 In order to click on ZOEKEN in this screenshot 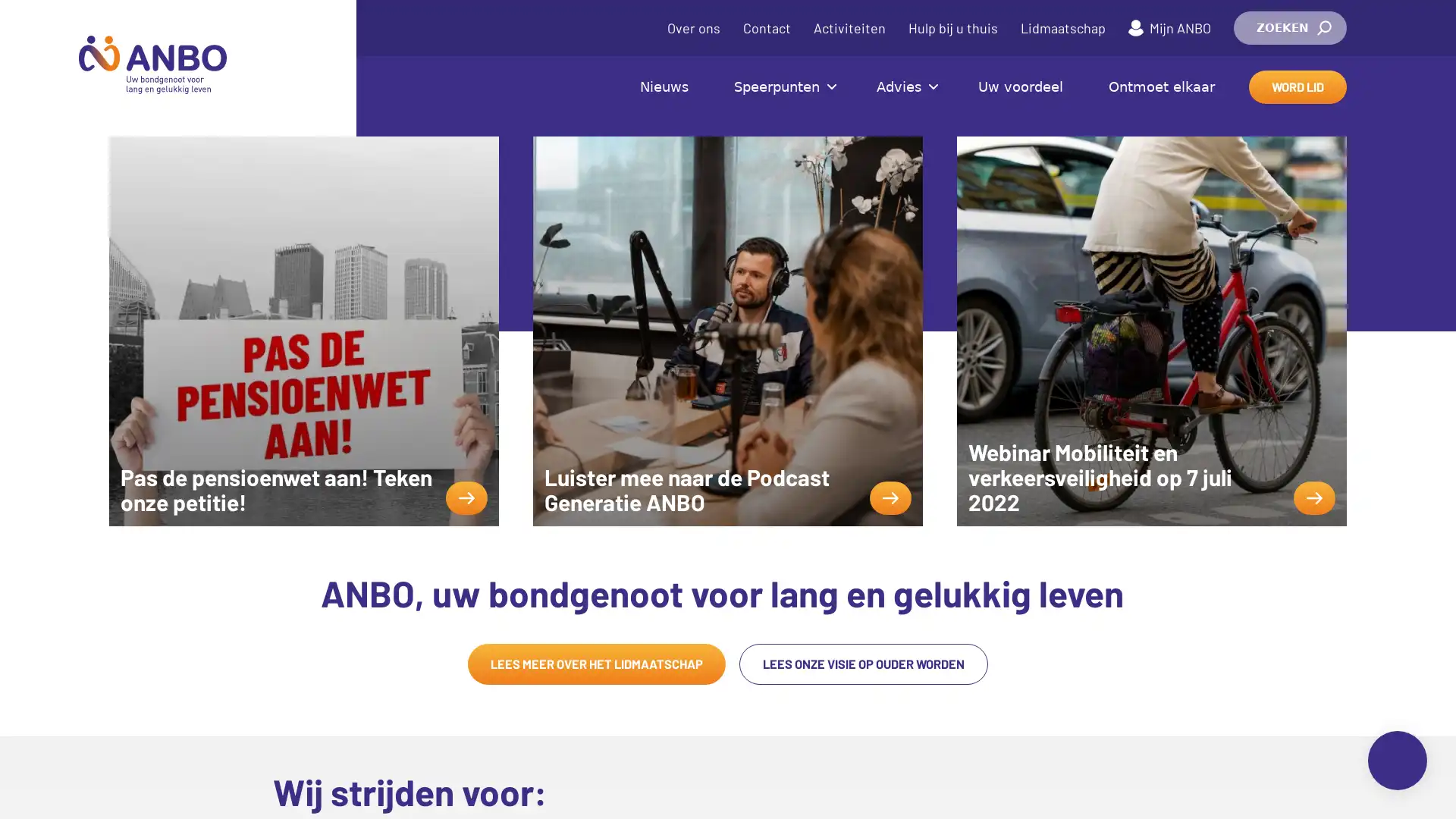, I will do `click(1289, 28)`.